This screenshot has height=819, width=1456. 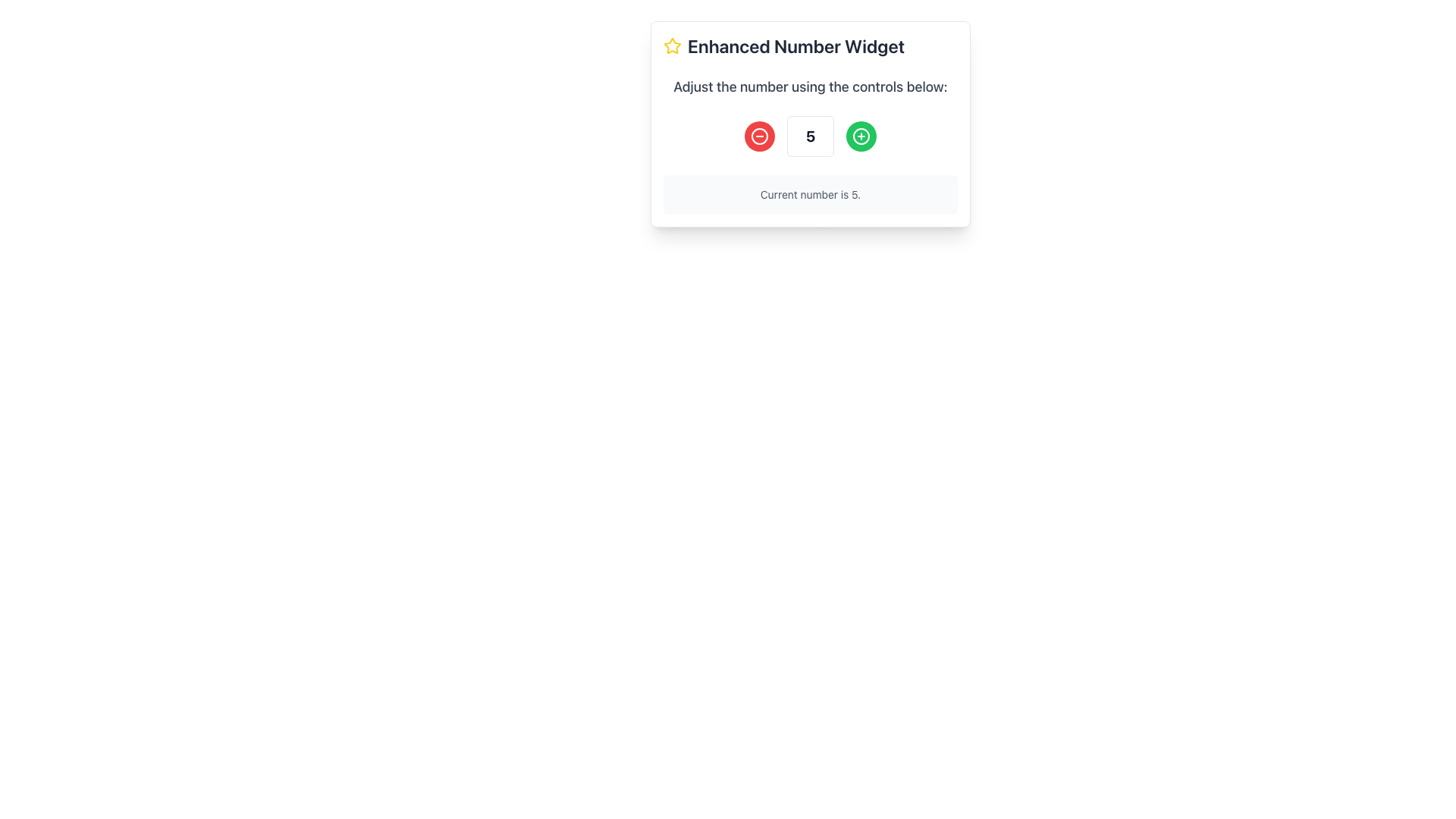 What do you see at coordinates (861, 136) in the screenshot?
I see `the increment button located to the right of the number display text box to increase the associated number` at bounding box center [861, 136].